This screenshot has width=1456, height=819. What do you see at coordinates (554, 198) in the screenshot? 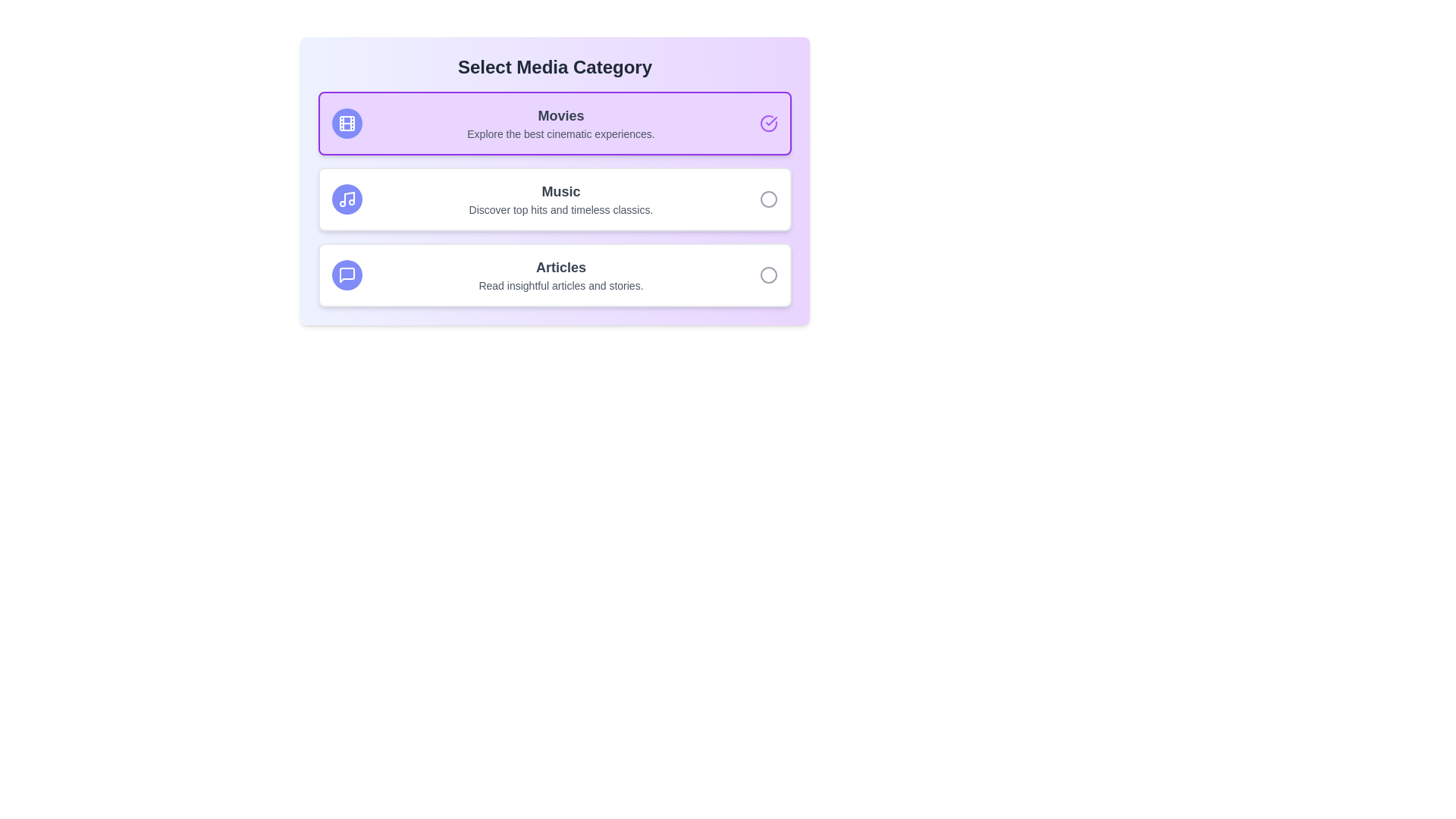
I see `the second block of the List item under the 'Select Media Category' section to access further details` at bounding box center [554, 198].